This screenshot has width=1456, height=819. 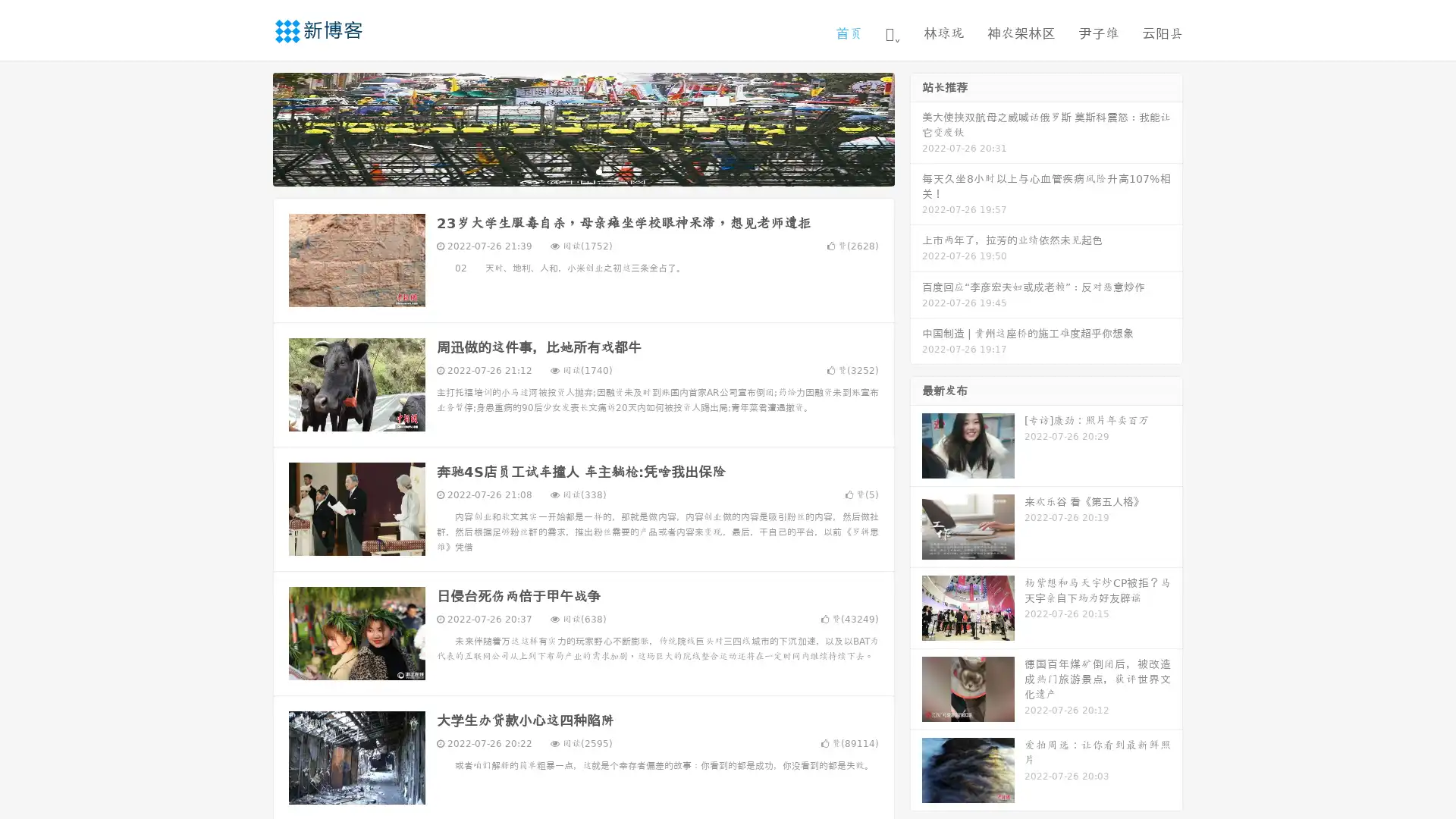 What do you see at coordinates (598, 171) in the screenshot?
I see `Go to slide 3` at bounding box center [598, 171].